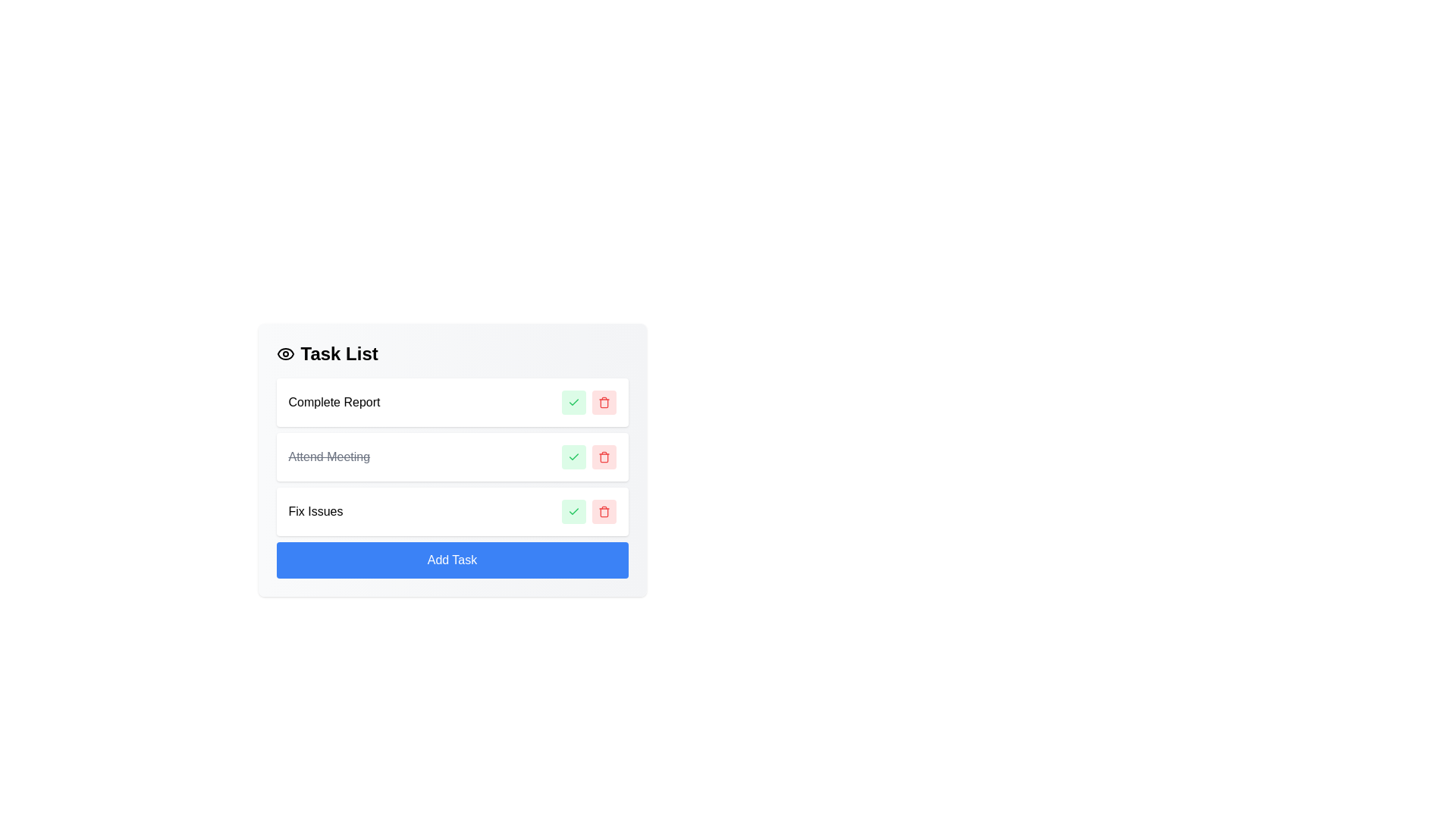 Image resolution: width=1456 pixels, height=819 pixels. I want to click on the delete button for the task named Complete Report, so click(603, 402).